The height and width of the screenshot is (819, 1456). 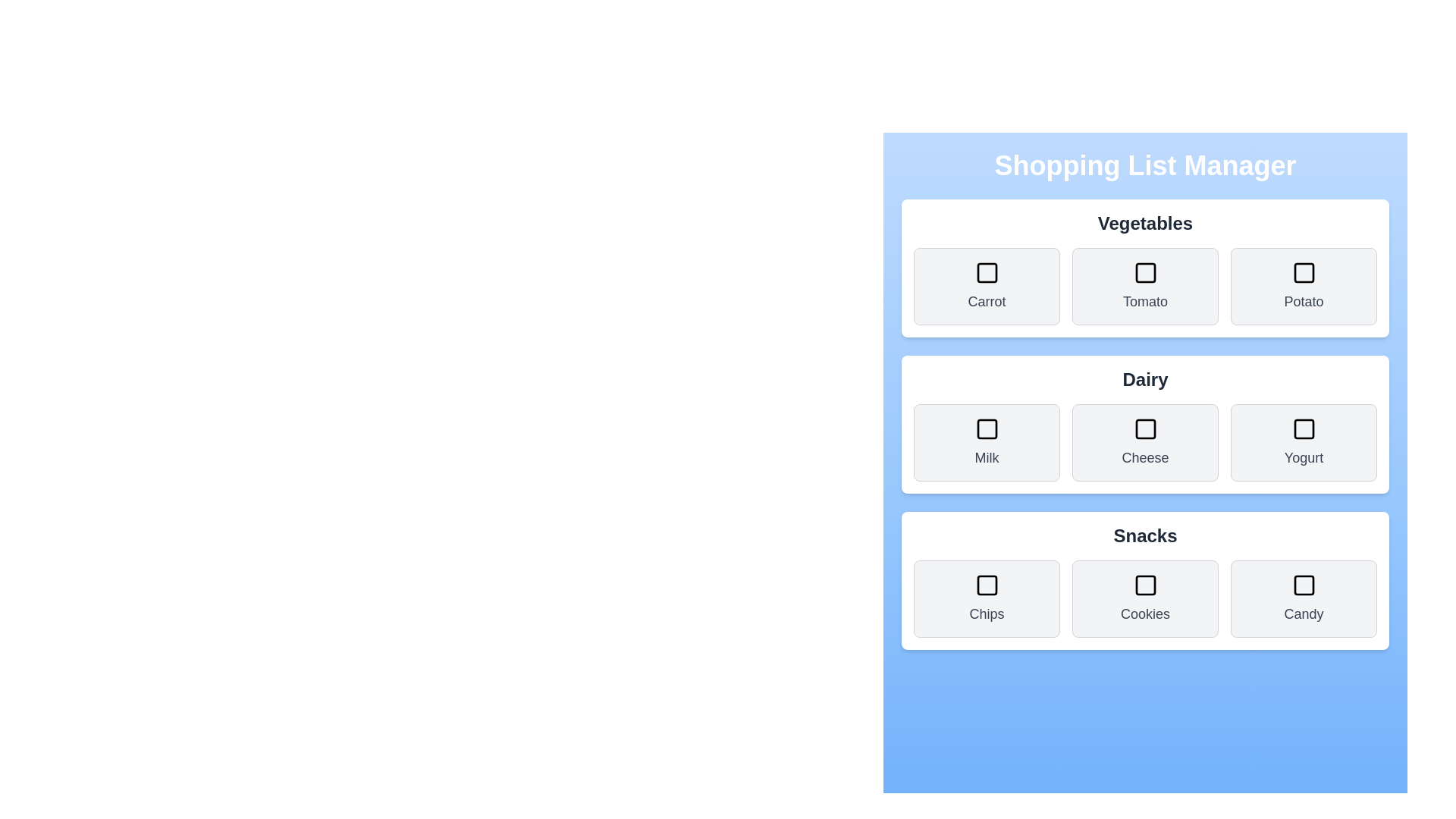 I want to click on the item Milk to observe the hover effect, so click(x=987, y=442).